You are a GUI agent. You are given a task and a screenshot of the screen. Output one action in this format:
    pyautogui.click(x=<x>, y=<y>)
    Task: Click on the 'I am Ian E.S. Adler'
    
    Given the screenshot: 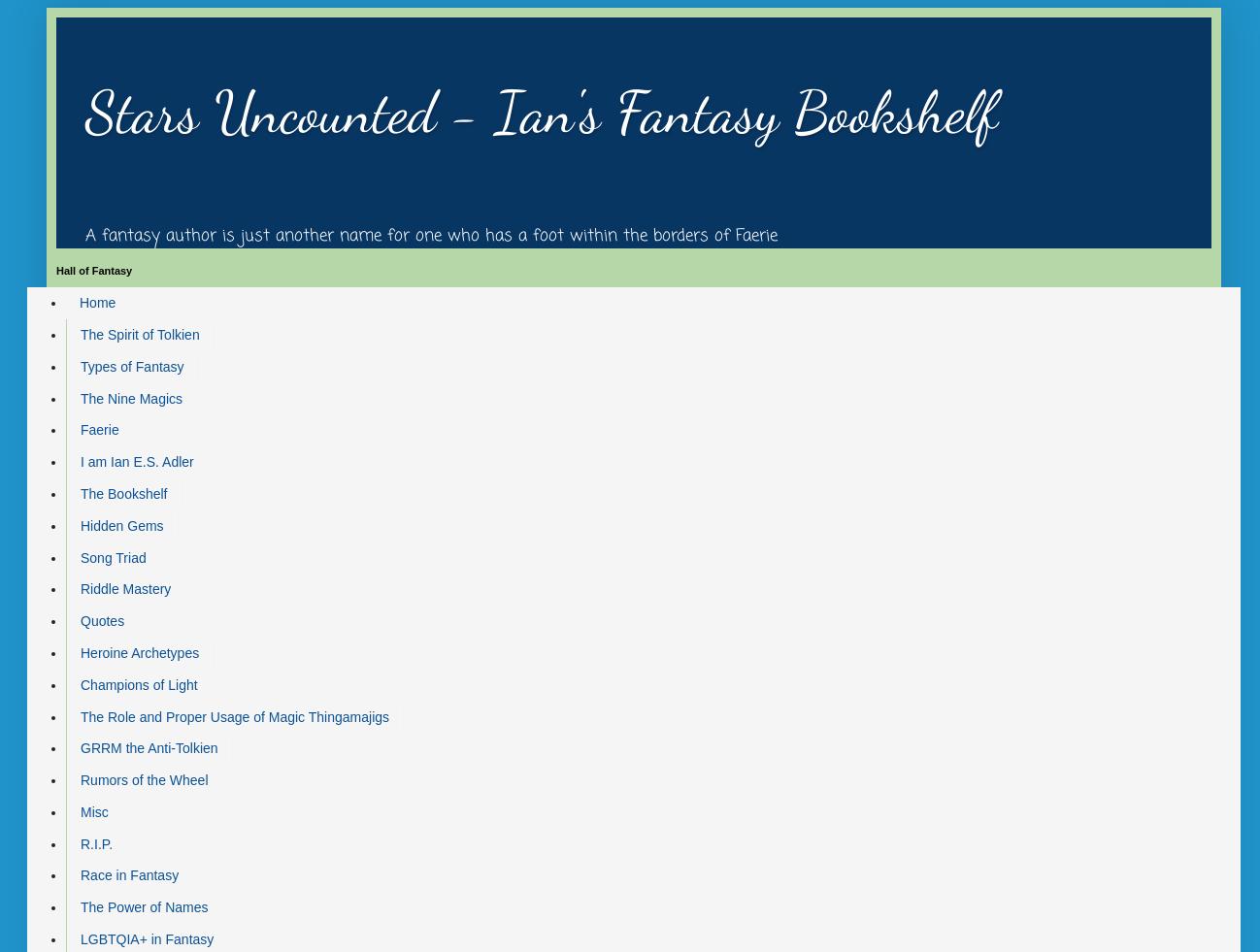 What is the action you would take?
    pyautogui.click(x=135, y=460)
    